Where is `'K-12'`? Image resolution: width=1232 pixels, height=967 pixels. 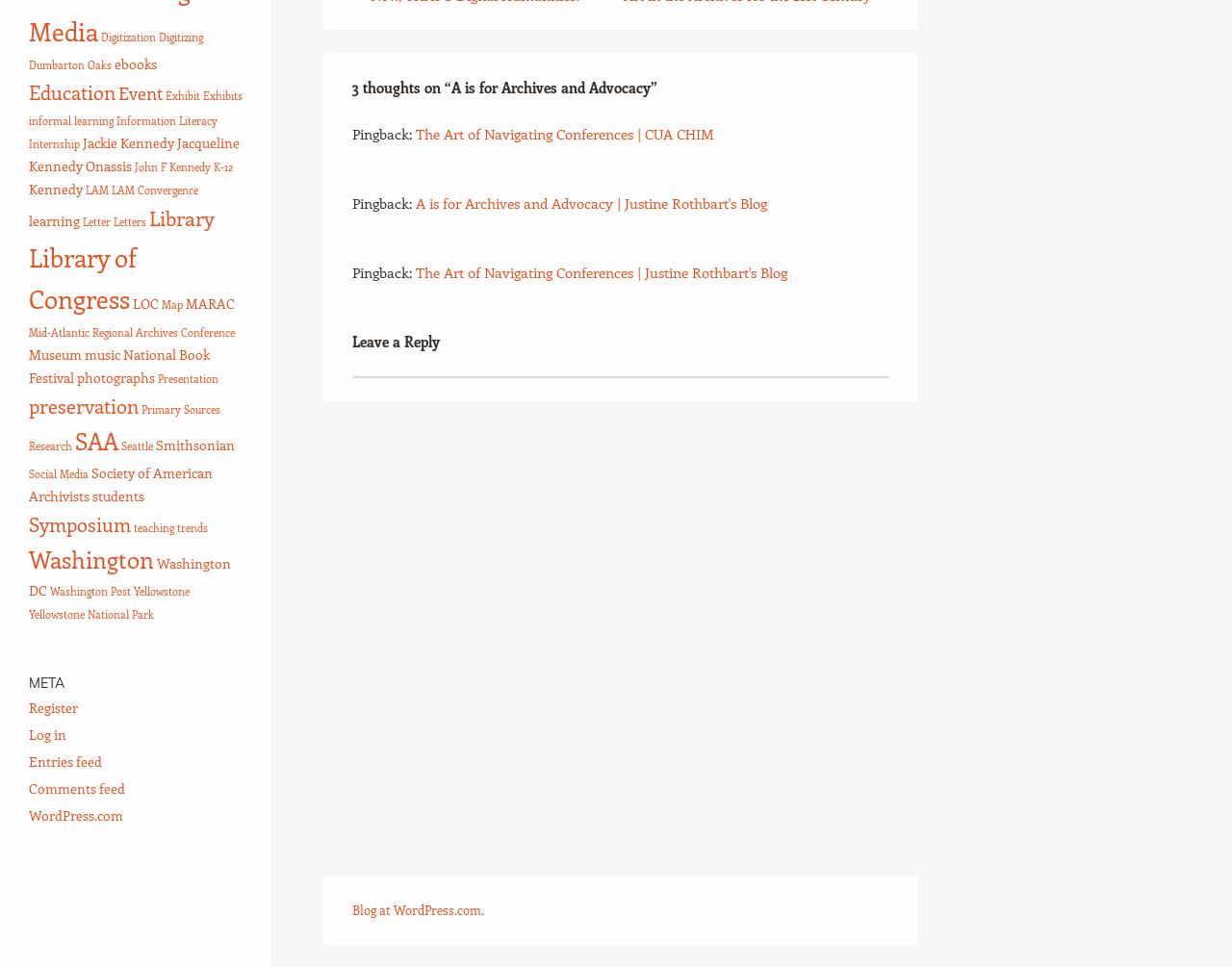
'K-12' is located at coordinates (222, 165).